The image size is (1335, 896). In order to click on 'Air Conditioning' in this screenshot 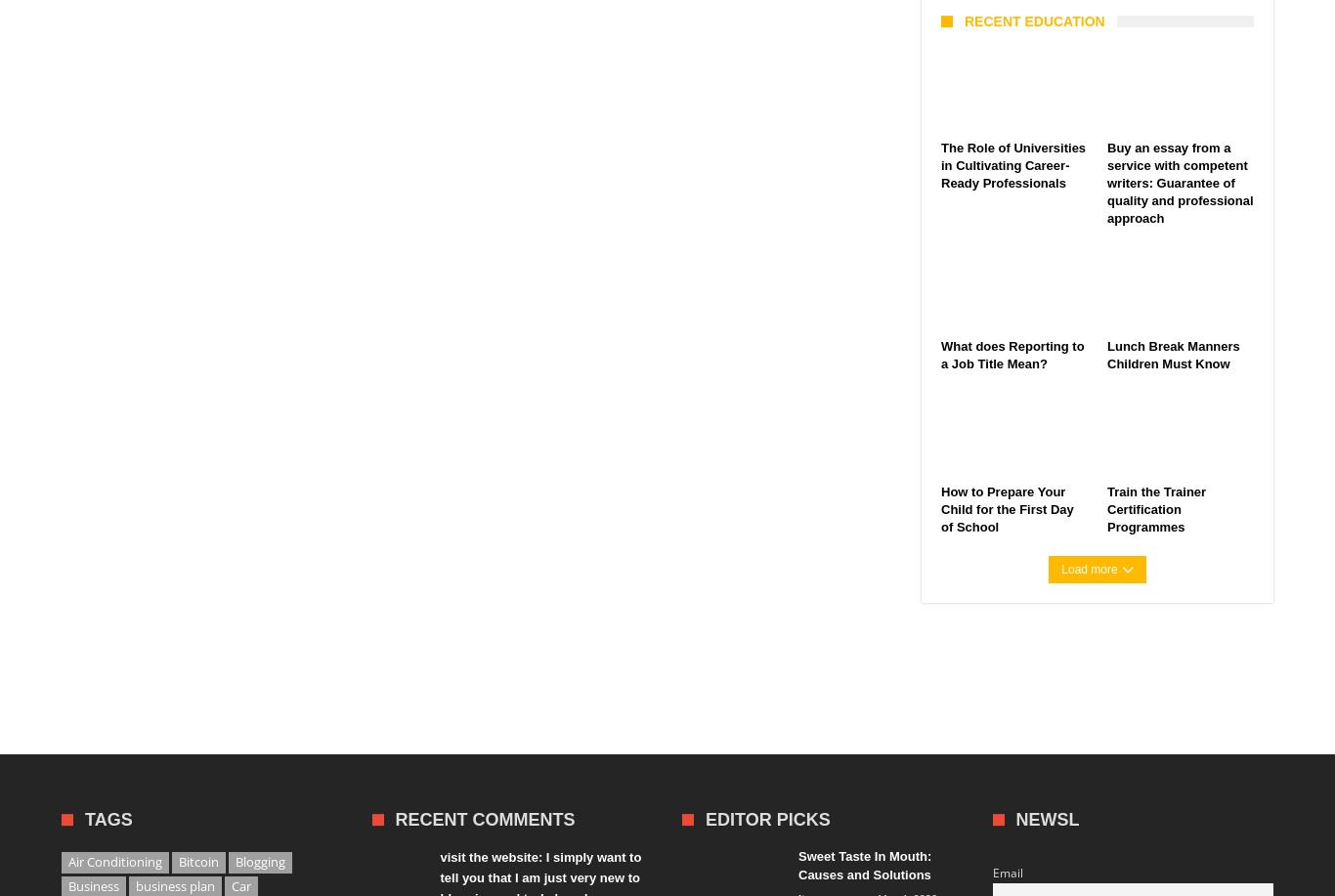, I will do `click(114, 860)`.